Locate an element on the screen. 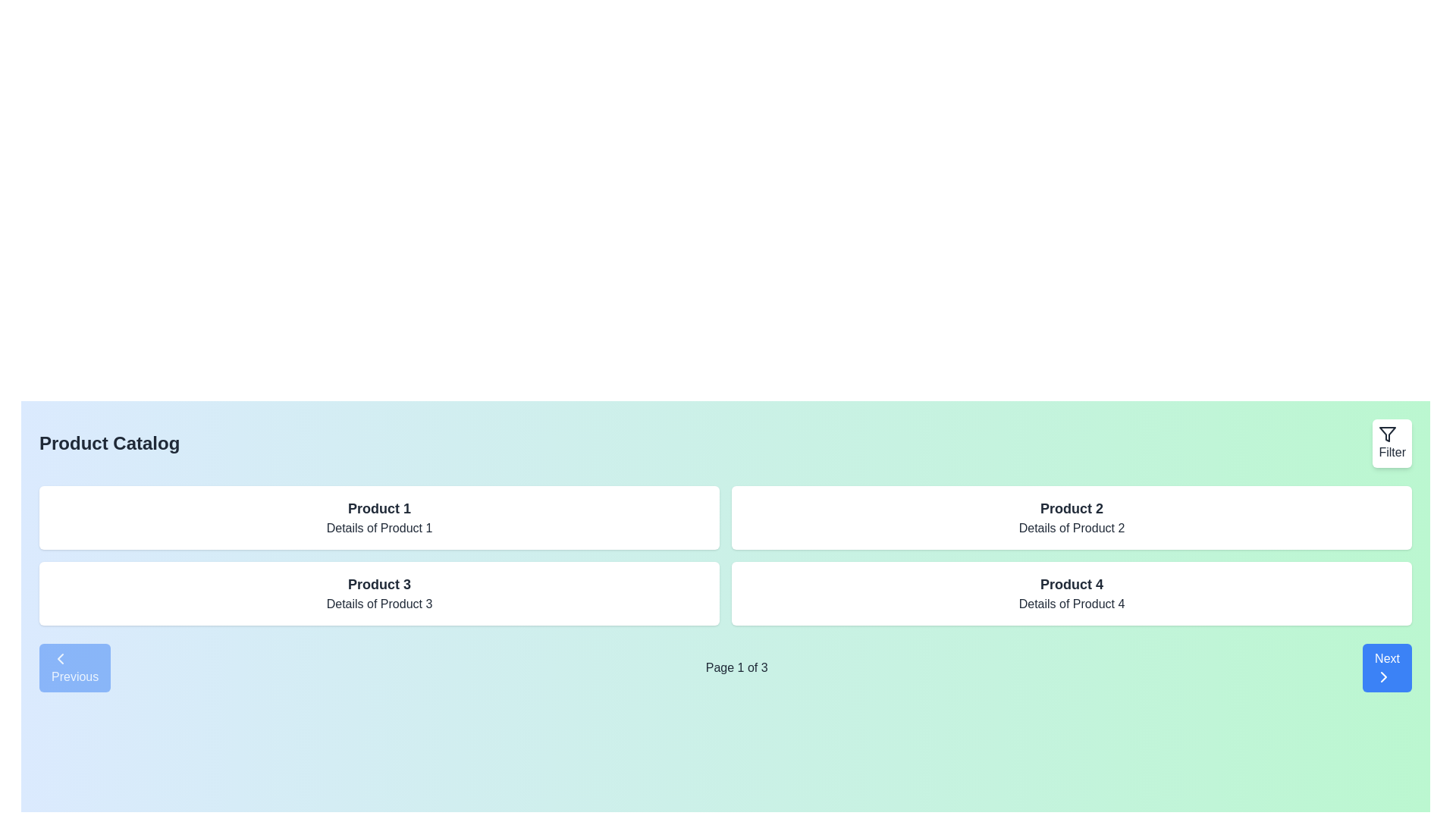  the title/header text element for 'Product 3' is located at coordinates (379, 584).